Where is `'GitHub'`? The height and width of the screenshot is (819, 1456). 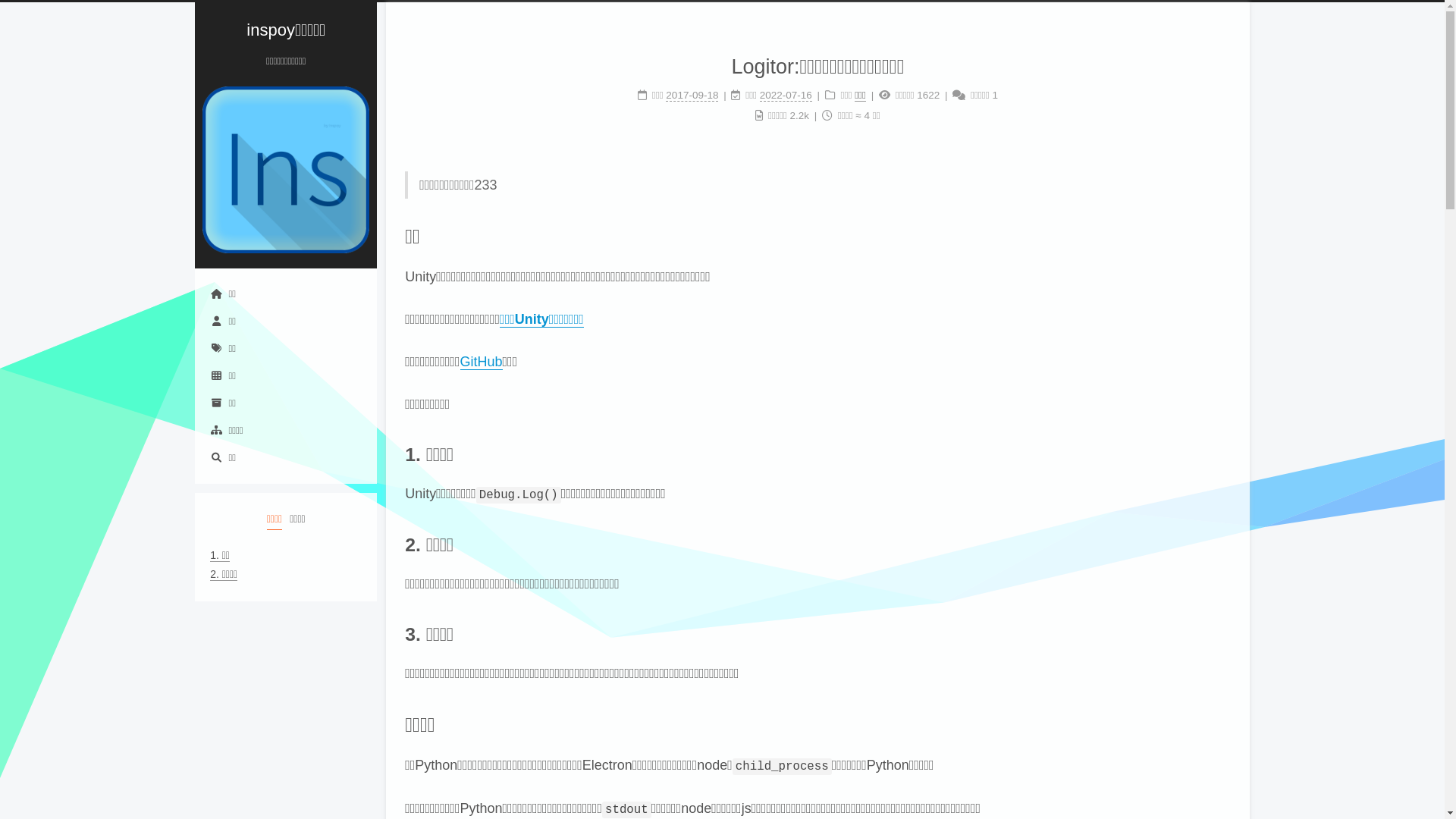
'GitHub' is located at coordinates (479, 362).